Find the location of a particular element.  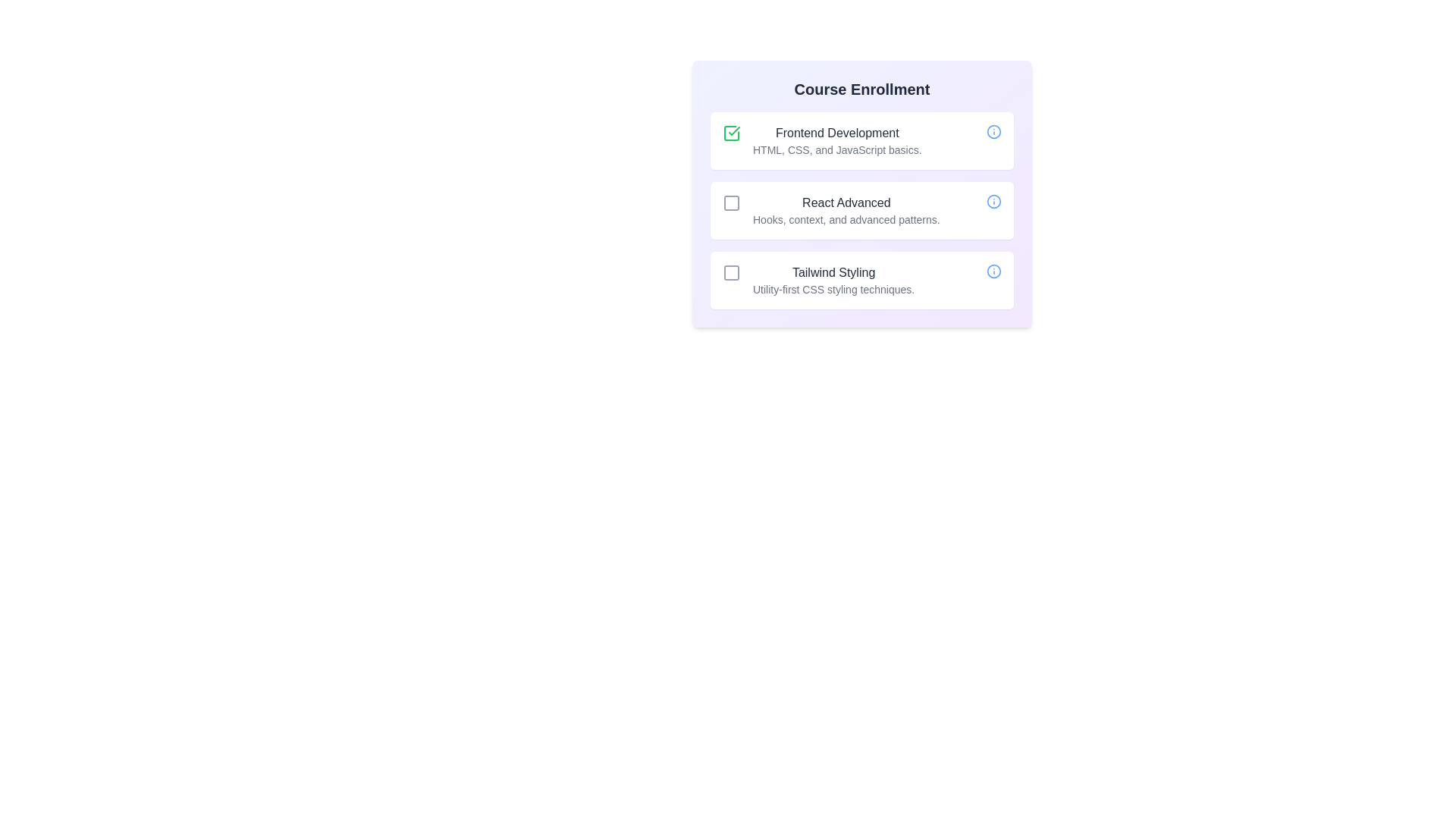

the circular graphical element with a solid outline and transparent fill, styled in blue, located next to the 'Frontend Development' text label in the Course Enrollment section is located at coordinates (993, 130).